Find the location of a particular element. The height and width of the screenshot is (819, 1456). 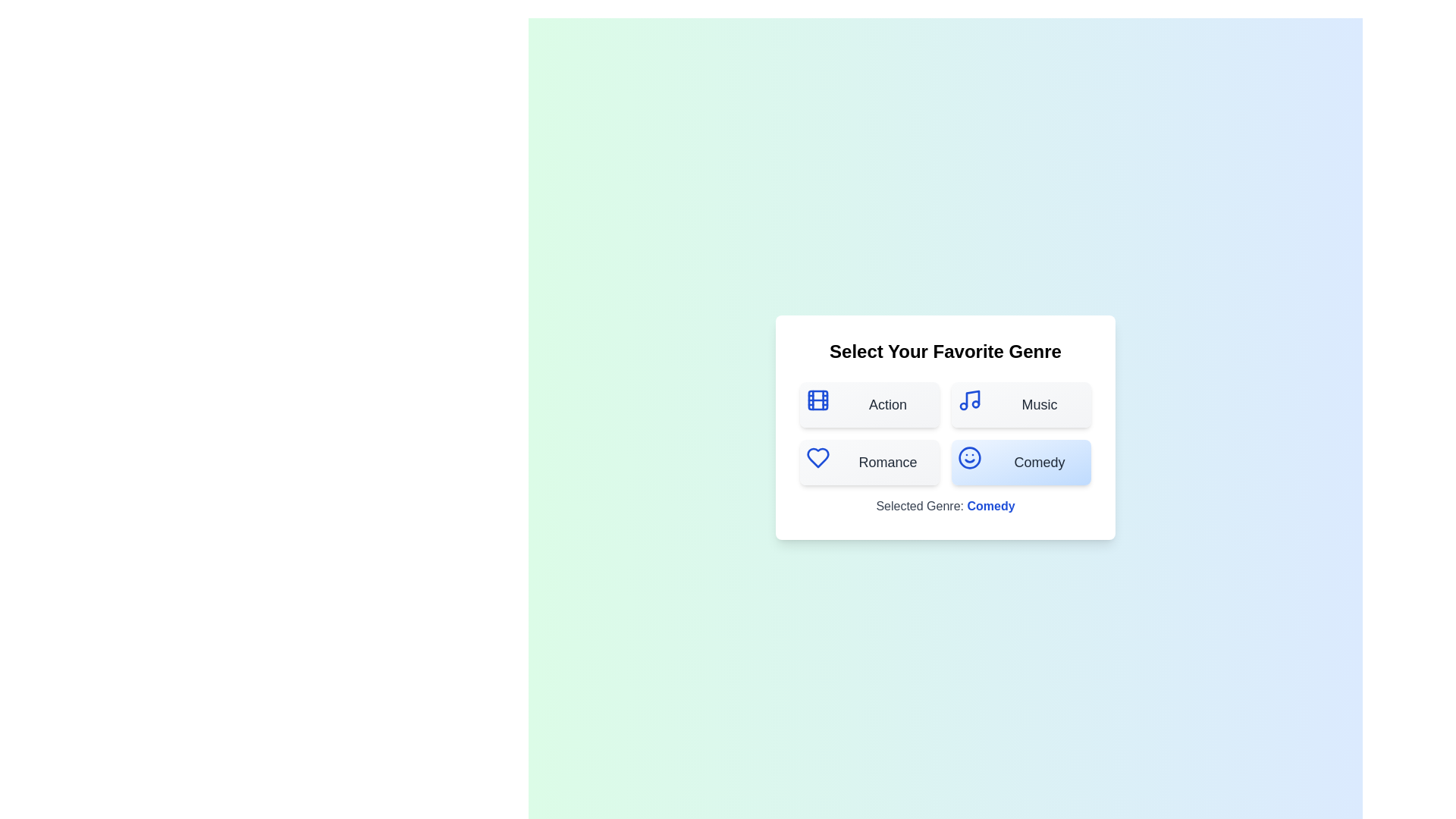

text of the 'Music' label, which is styled with a medium font weight and gray color, located in the upper-right button under the heading 'Select Your Favorite Genre' is located at coordinates (1039, 403).